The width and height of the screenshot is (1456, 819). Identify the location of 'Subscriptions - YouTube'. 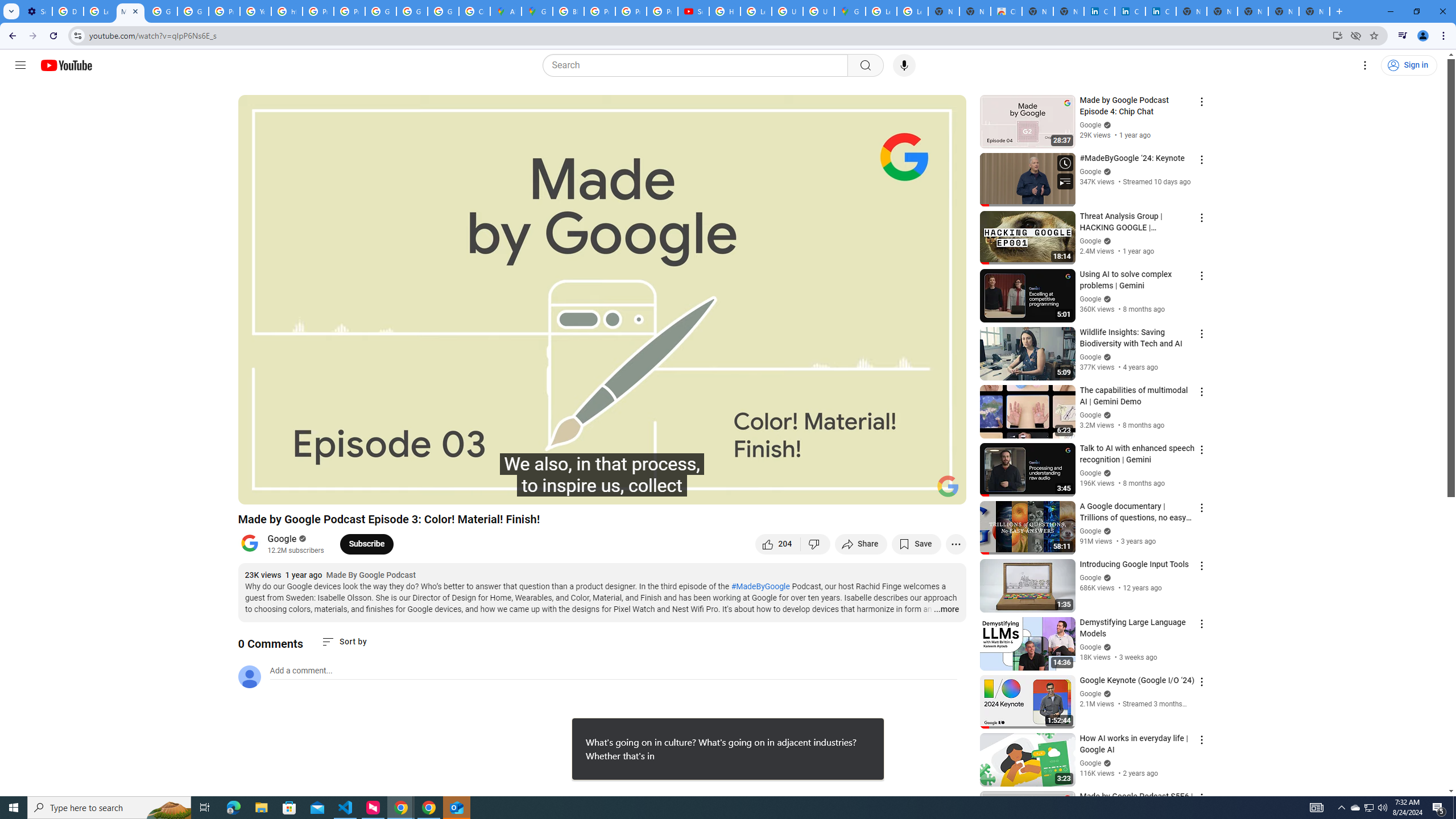
(693, 11).